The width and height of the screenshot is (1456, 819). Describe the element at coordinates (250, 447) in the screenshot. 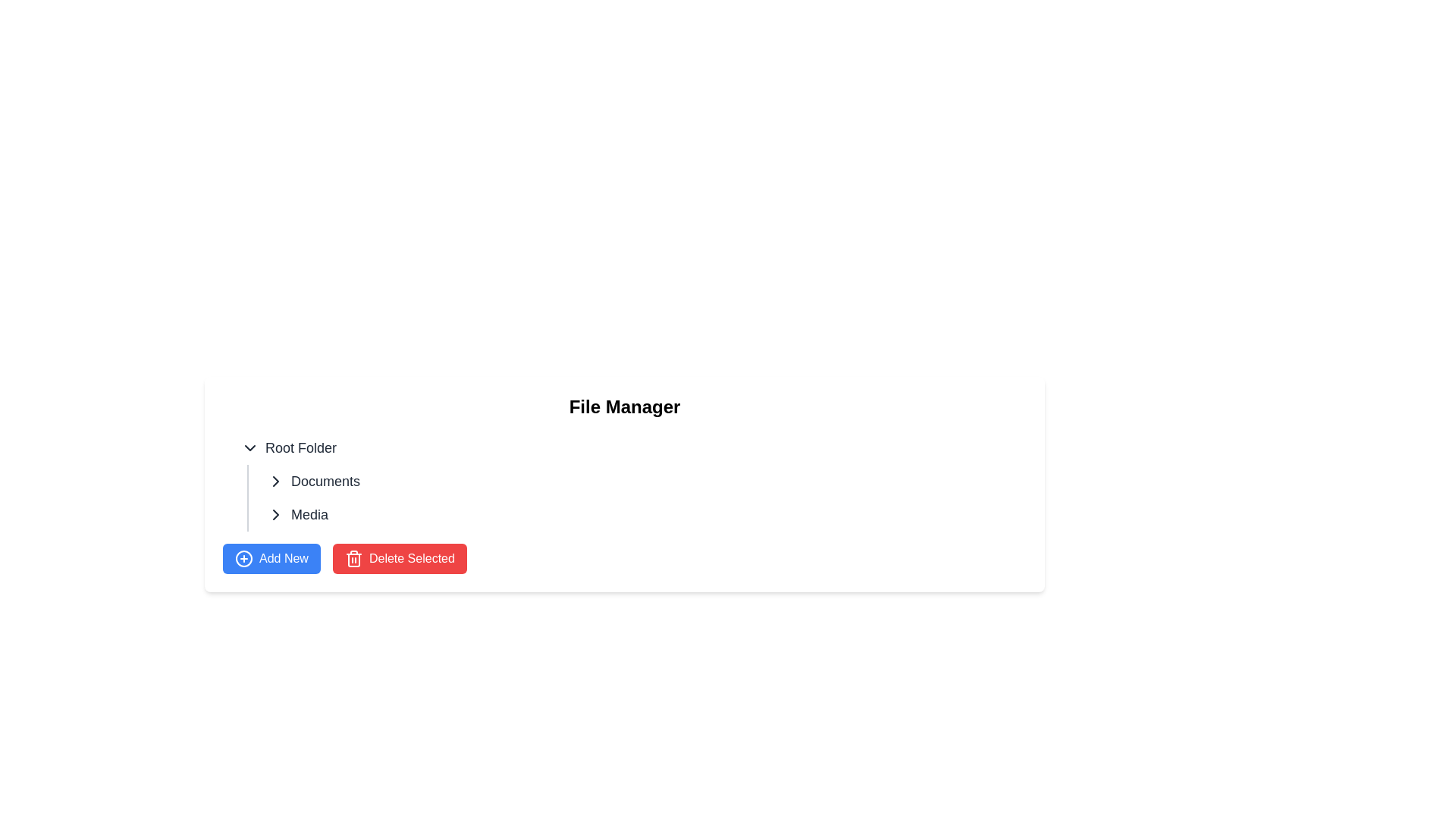

I see `the downward-facing chevron icon, which is styled in a minimalistic design and is located to the left of the 'Root Folder' text` at that location.